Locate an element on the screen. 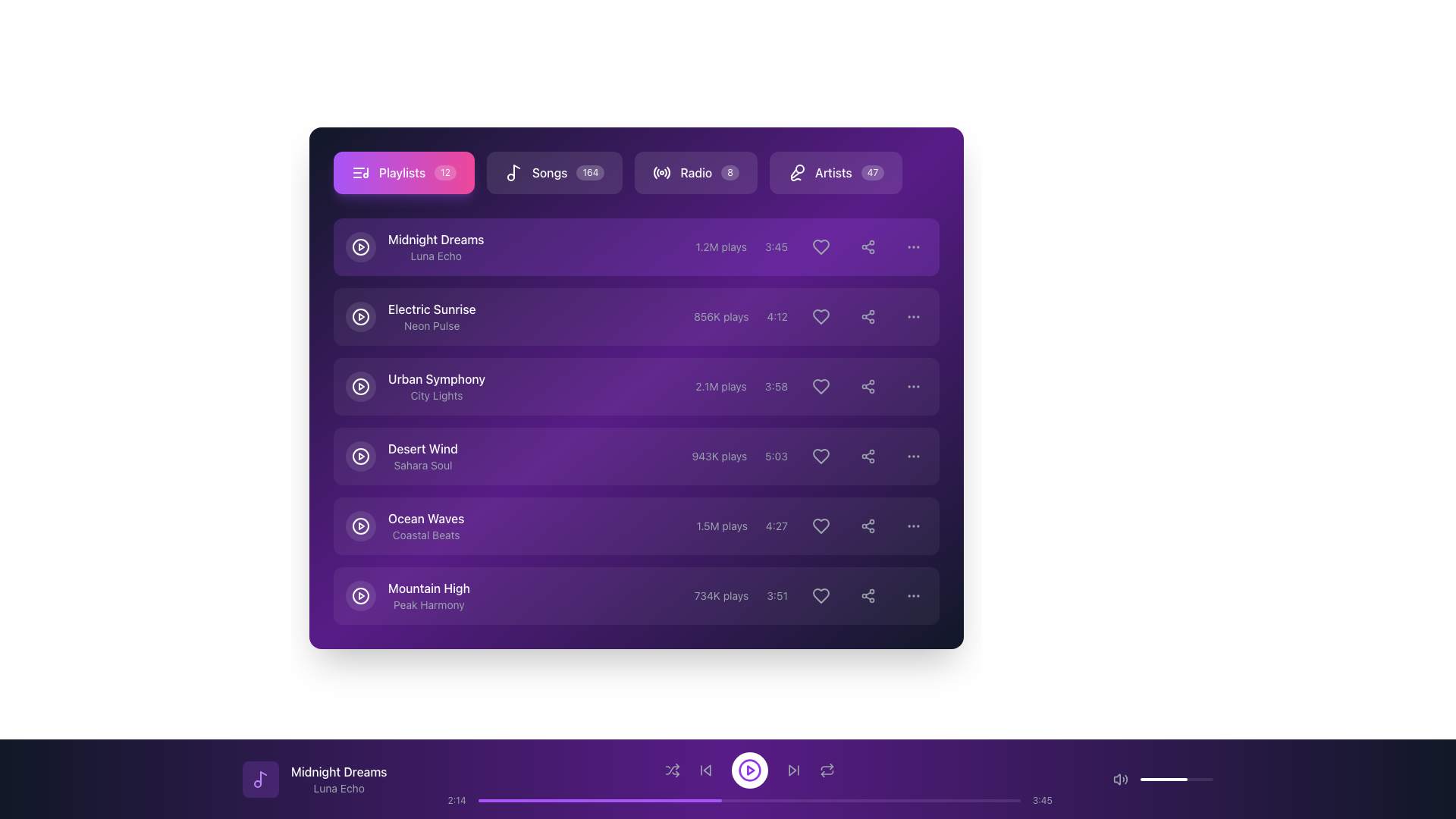 Image resolution: width=1456 pixels, height=819 pixels. the circular outline within the SVG play button located to the left of the text 'Urban Symphony' is located at coordinates (359, 385).